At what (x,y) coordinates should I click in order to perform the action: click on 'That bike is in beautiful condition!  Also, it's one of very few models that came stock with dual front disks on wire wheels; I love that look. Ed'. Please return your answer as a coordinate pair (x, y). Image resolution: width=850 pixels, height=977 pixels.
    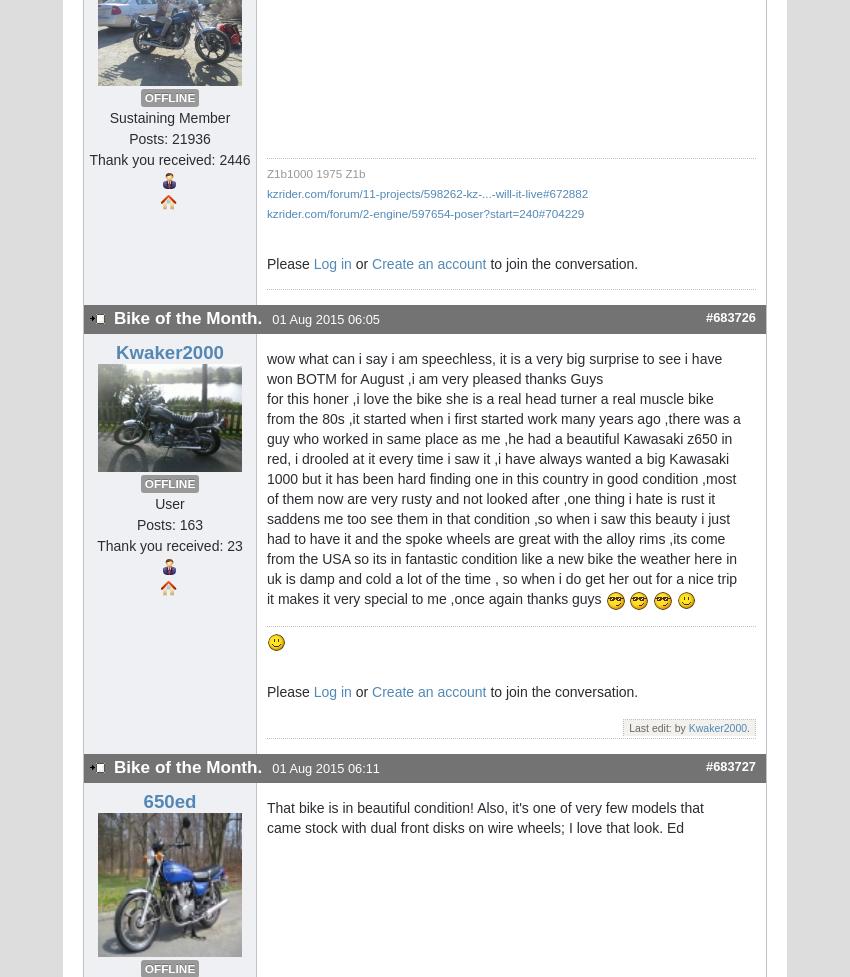
    Looking at the image, I should click on (485, 817).